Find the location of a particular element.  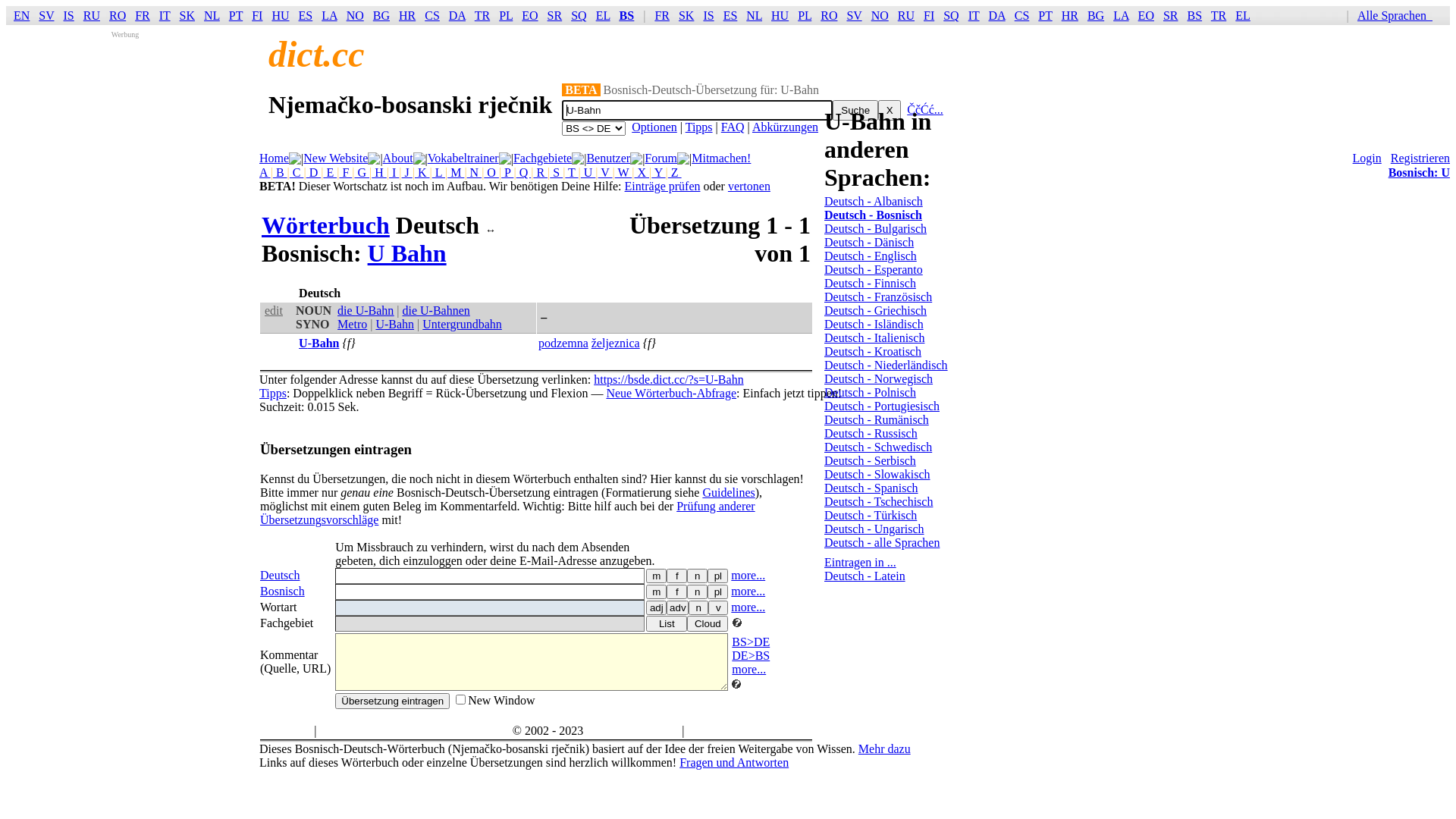

'n' is located at coordinates (686, 576).